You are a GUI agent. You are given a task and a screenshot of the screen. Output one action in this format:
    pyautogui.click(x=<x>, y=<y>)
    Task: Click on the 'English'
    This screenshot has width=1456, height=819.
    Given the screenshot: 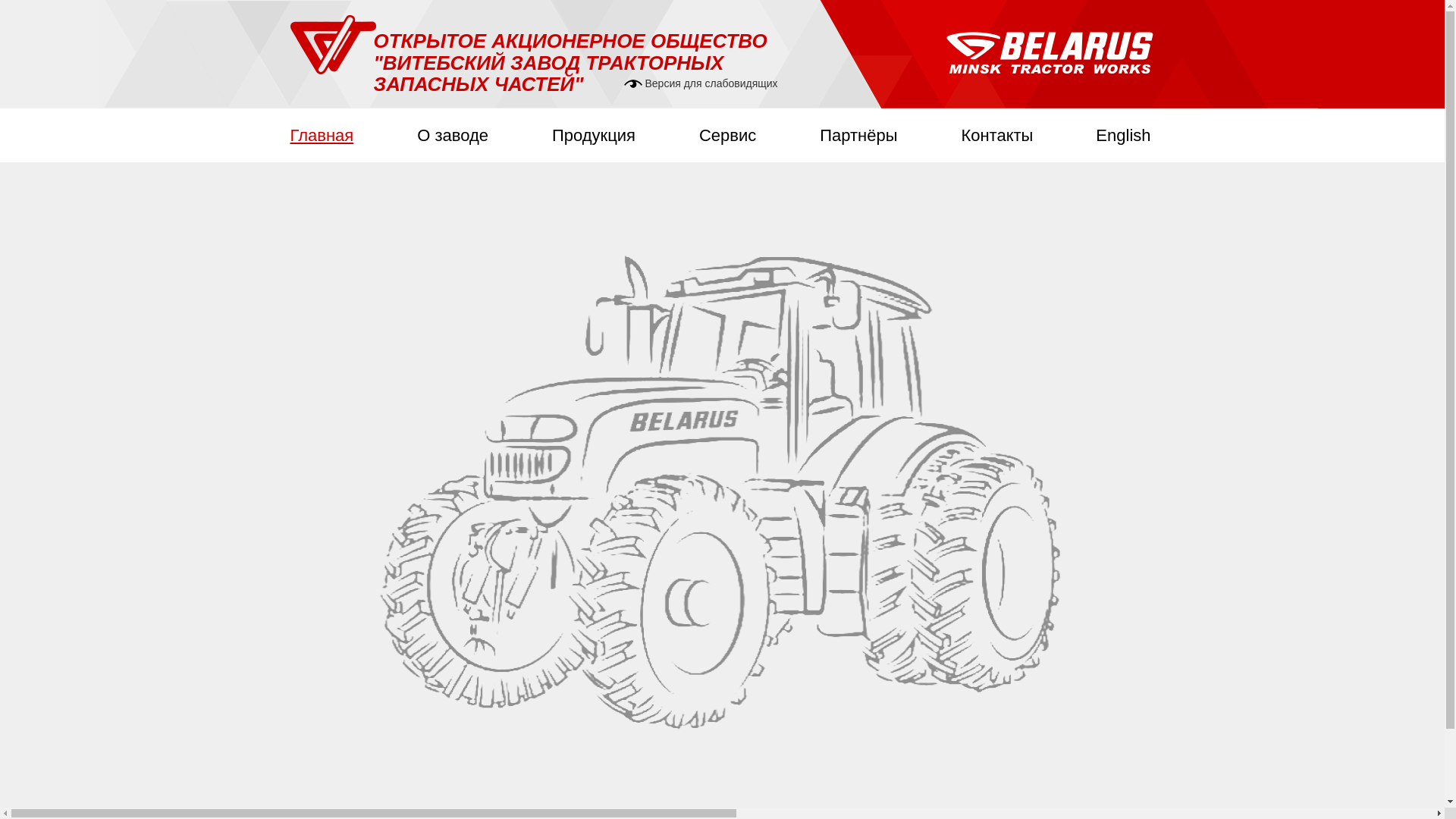 What is the action you would take?
    pyautogui.click(x=1123, y=134)
    